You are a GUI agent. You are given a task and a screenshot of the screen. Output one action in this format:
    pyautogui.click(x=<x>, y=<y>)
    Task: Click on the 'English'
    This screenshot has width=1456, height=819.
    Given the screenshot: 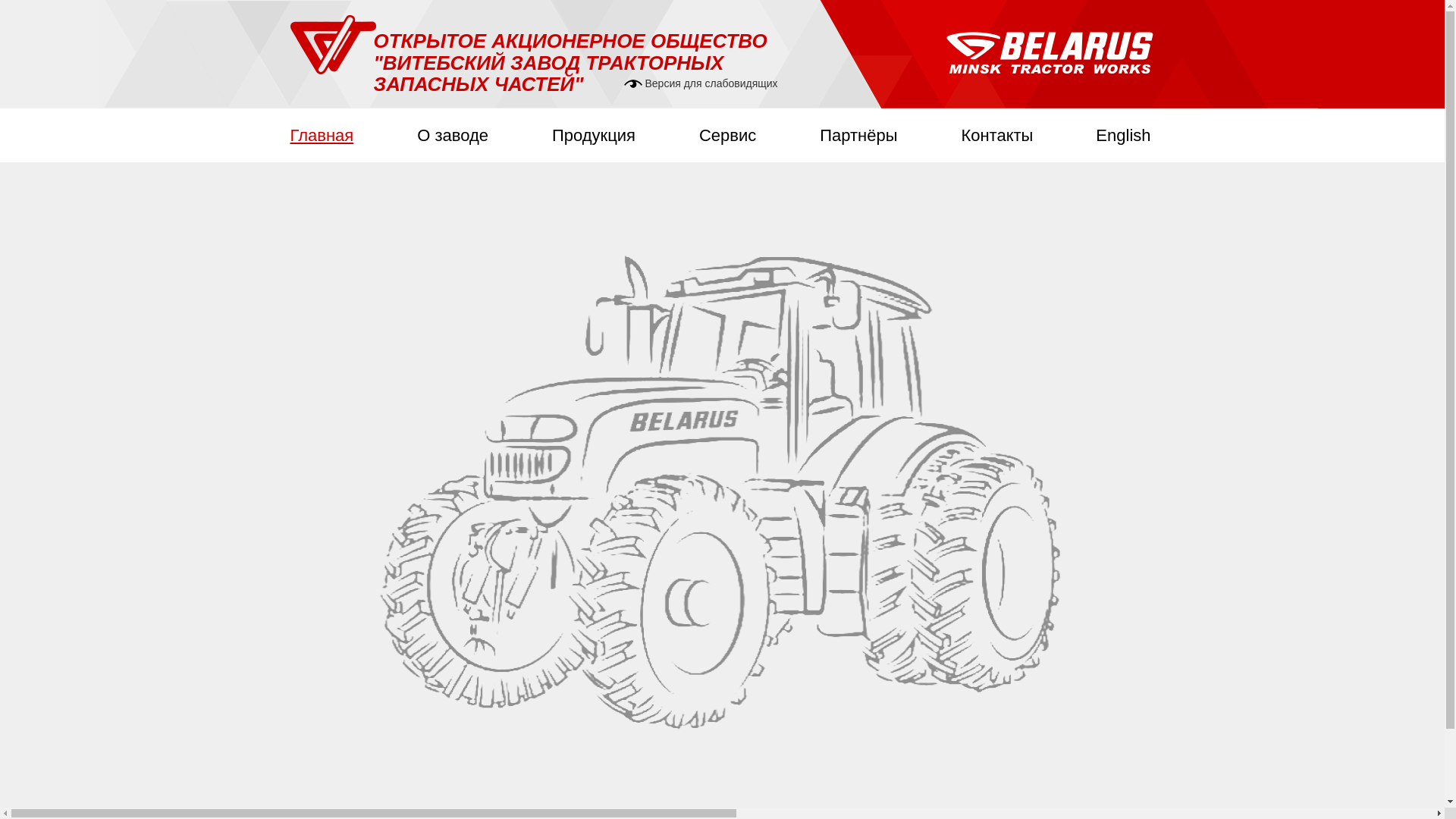 What is the action you would take?
    pyautogui.click(x=1123, y=134)
    